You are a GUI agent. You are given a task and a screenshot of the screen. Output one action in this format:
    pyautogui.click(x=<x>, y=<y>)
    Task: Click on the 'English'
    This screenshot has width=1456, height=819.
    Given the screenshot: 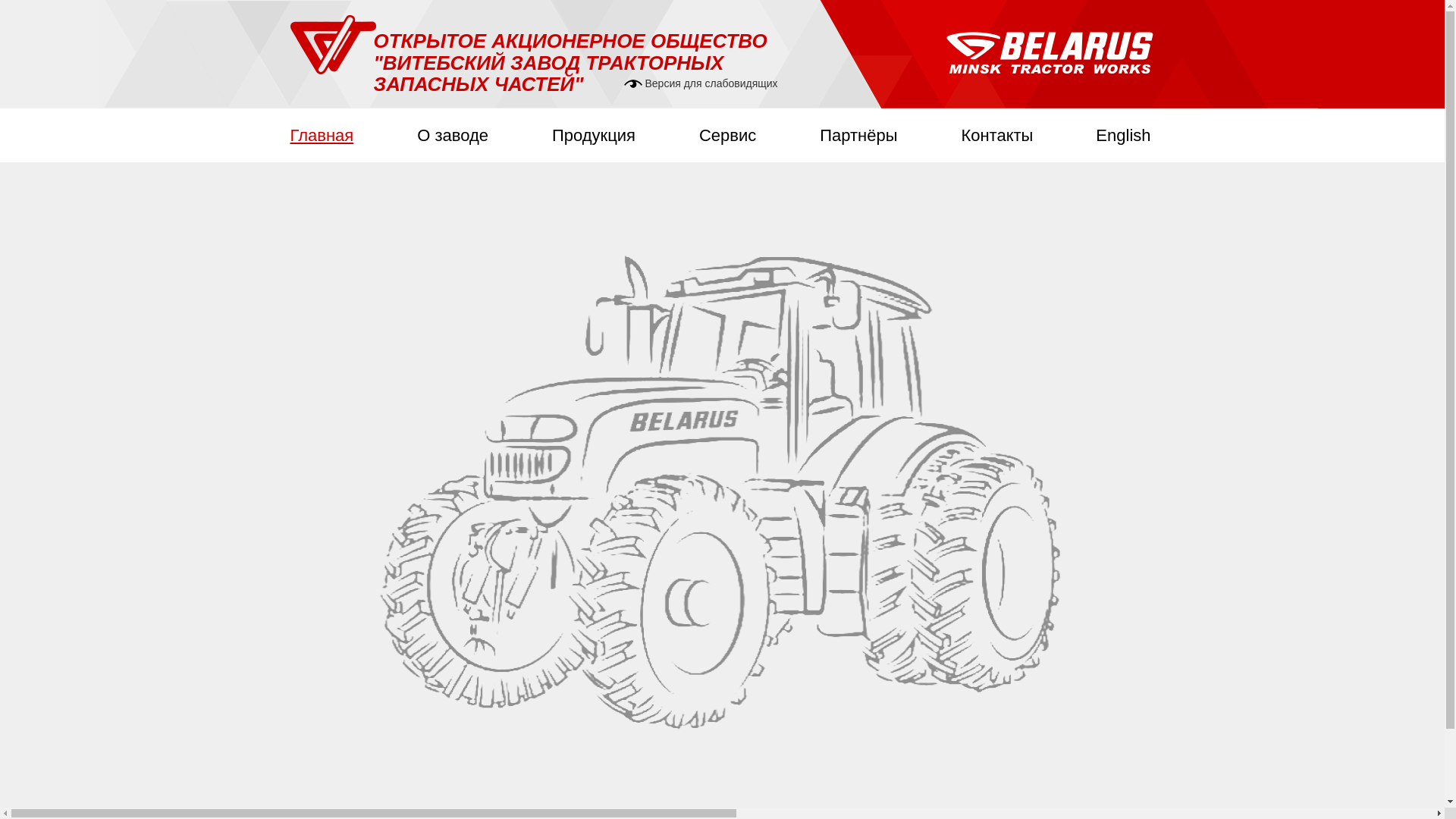 What is the action you would take?
    pyautogui.click(x=1123, y=134)
    